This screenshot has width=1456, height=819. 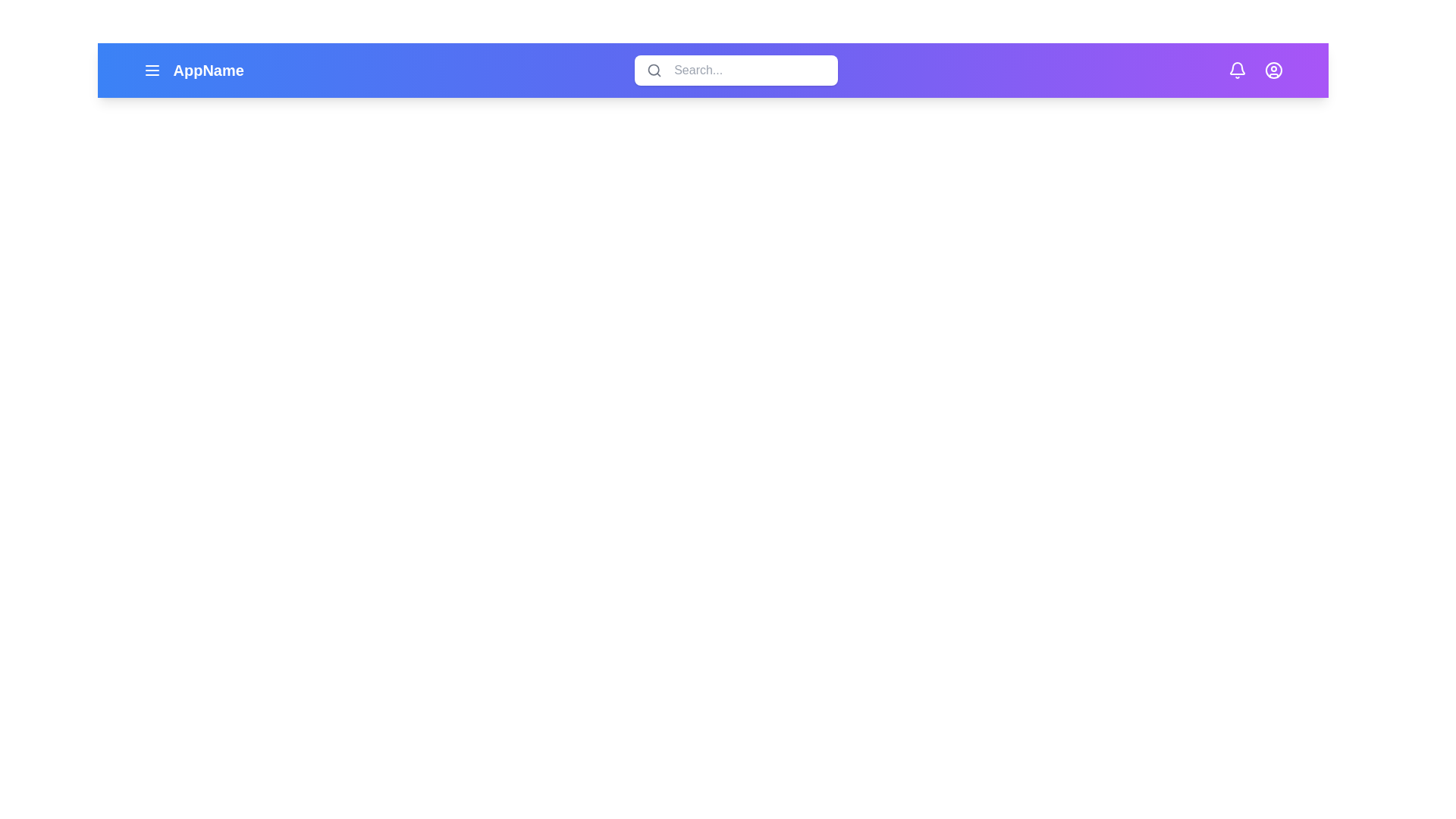 I want to click on the search icon to initiate a search, so click(x=654, y=70).